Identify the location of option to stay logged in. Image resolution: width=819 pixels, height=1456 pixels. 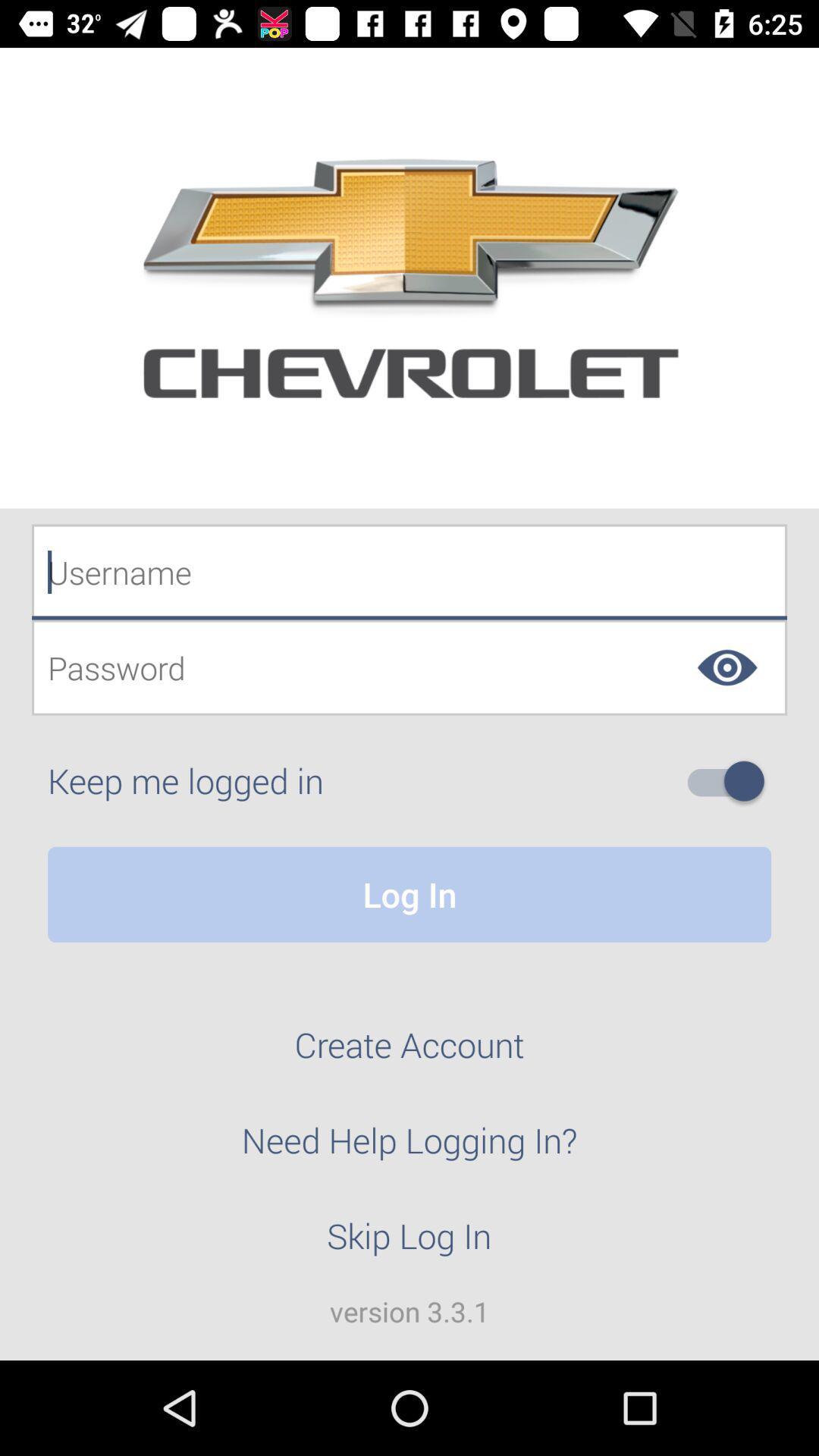
(731, 781).